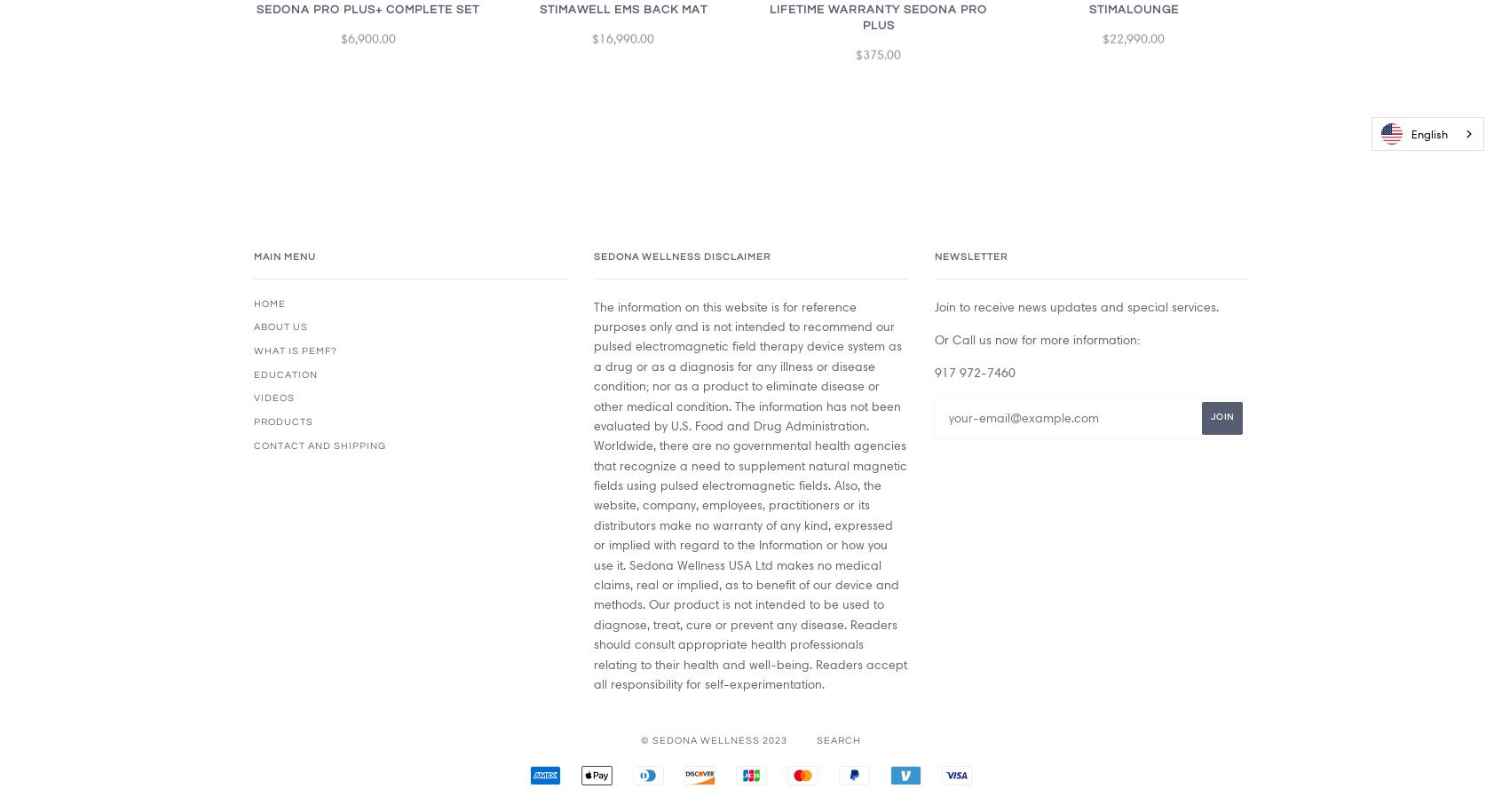  Describe the element at coordinates (623, 44) in the screenshot. I see `'$16,990.00'` at that location.